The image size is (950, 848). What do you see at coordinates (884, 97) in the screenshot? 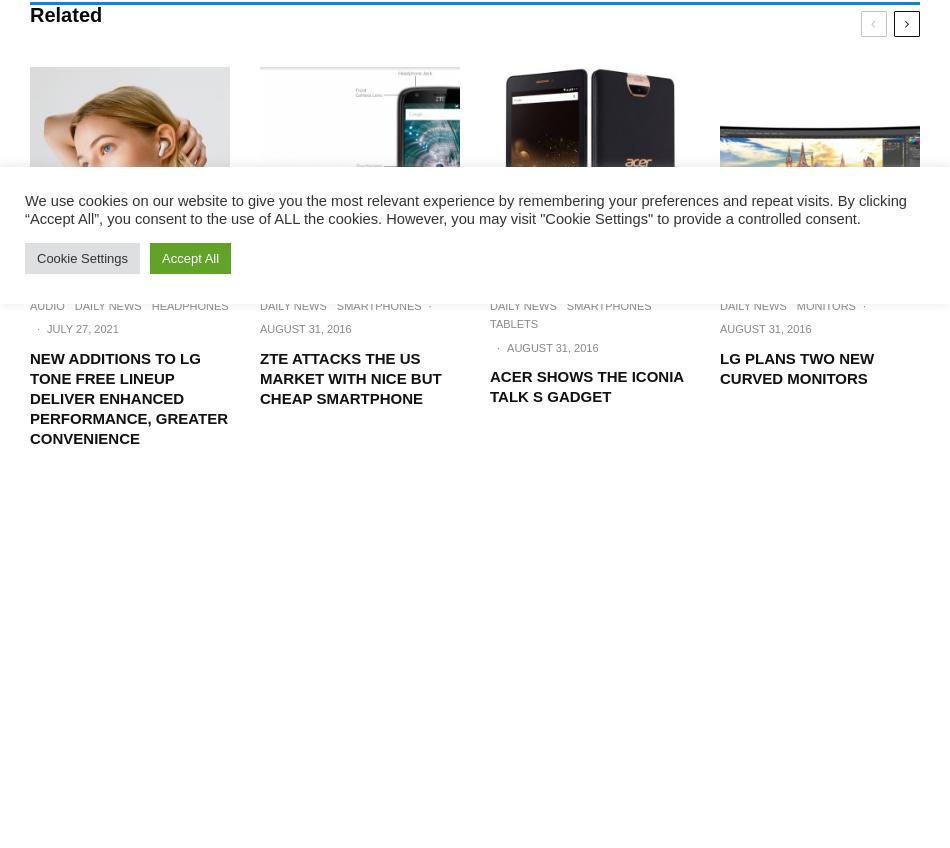
I see `'OLED'` at bounding box center [884, 97].